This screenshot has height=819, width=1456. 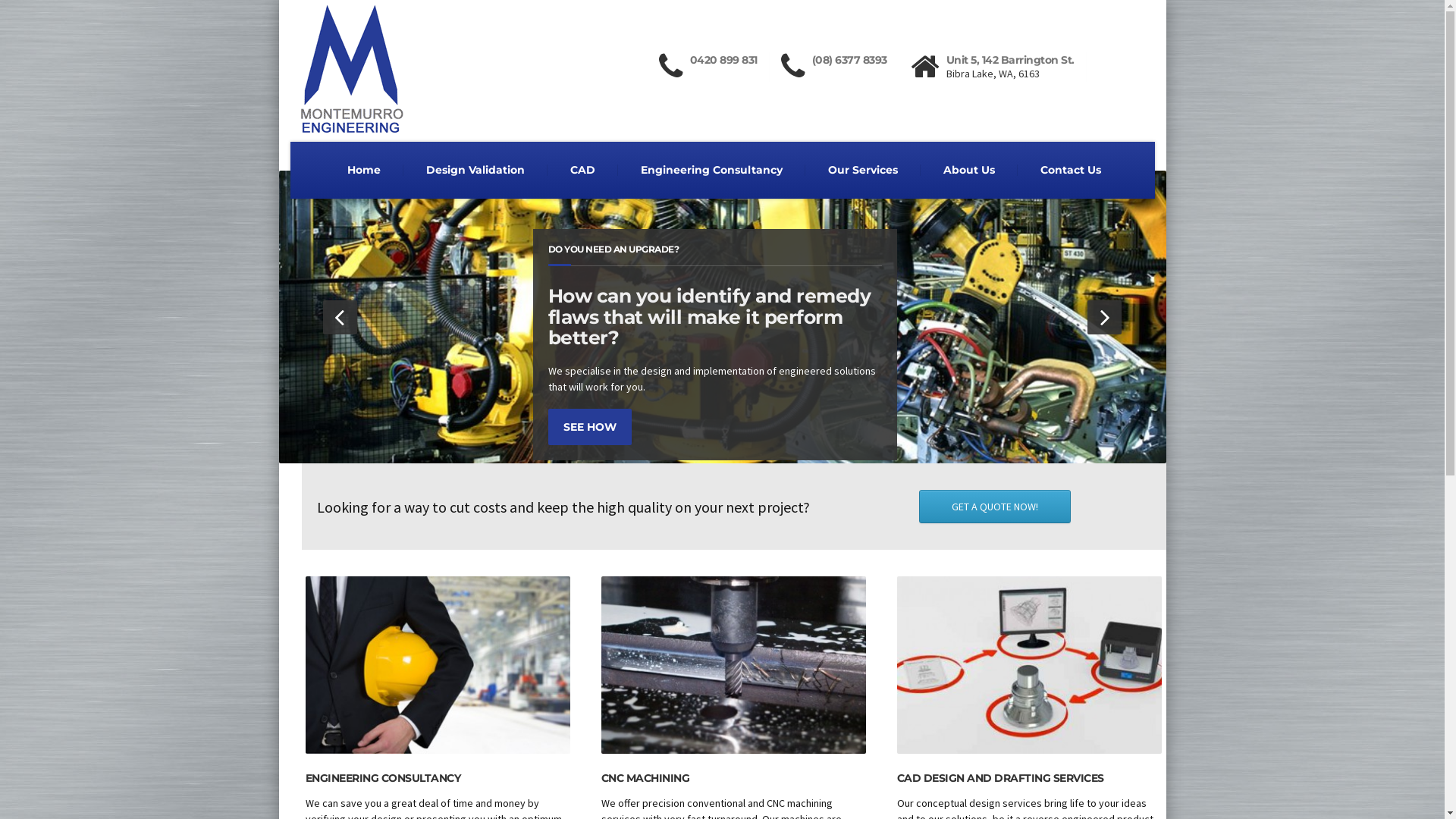 I want to click on 'Our Services', so click(x=862, y=170).